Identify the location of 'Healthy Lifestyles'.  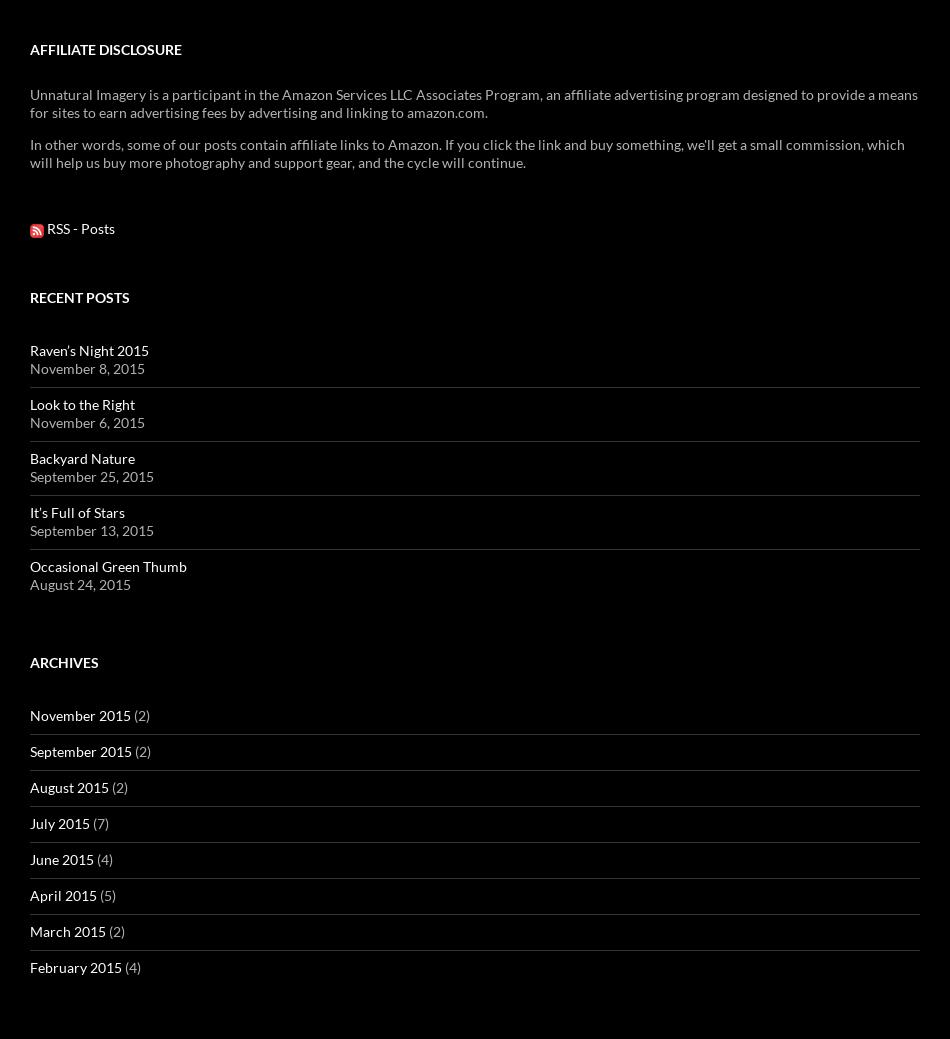
(237, 382).